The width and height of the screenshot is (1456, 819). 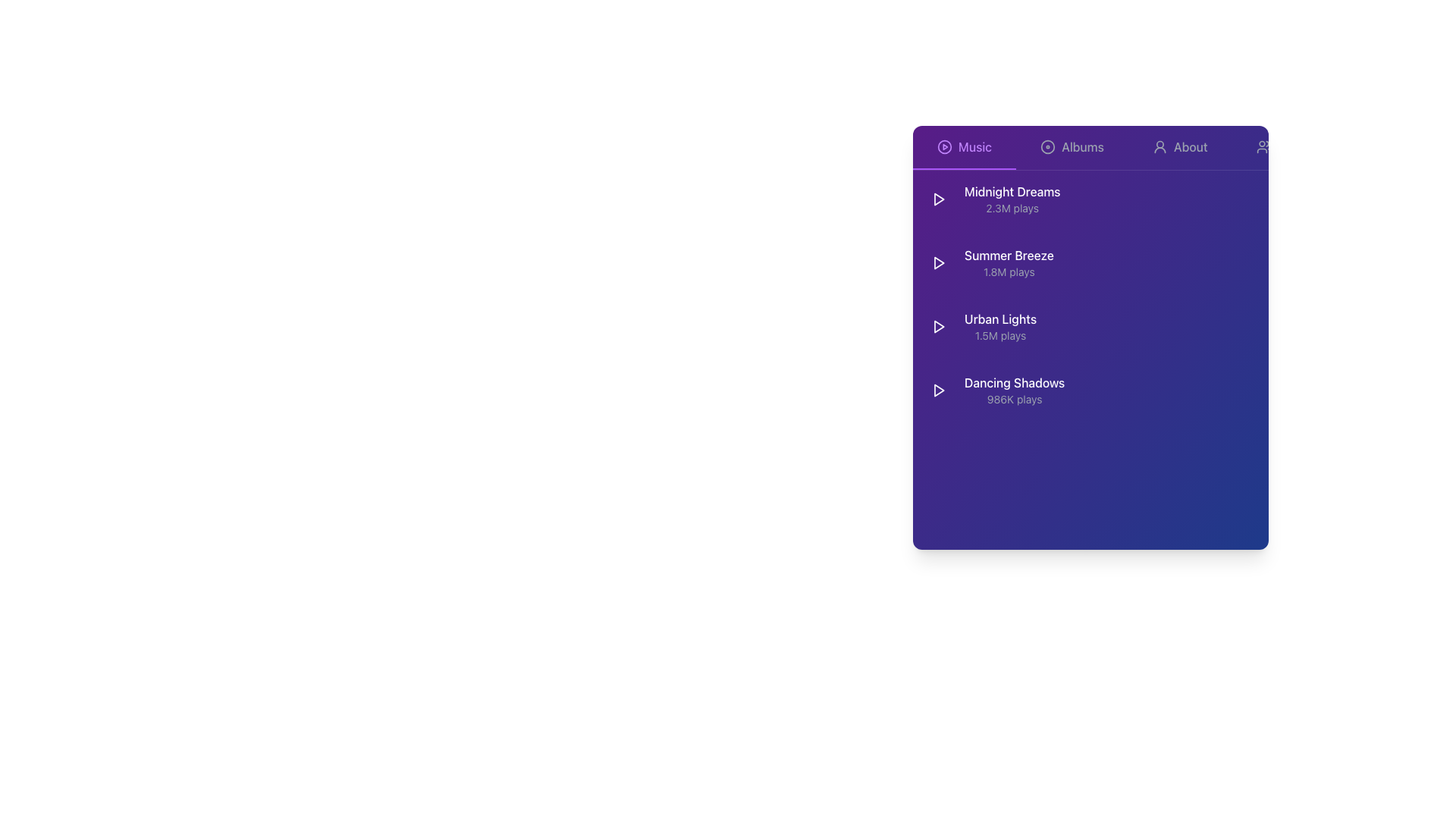 What do you see at coordinates (1012, 198) in the screenshot?
I see `the text label displaying the title 'Midnight Dreams'` at bounding box center [1012, 198].